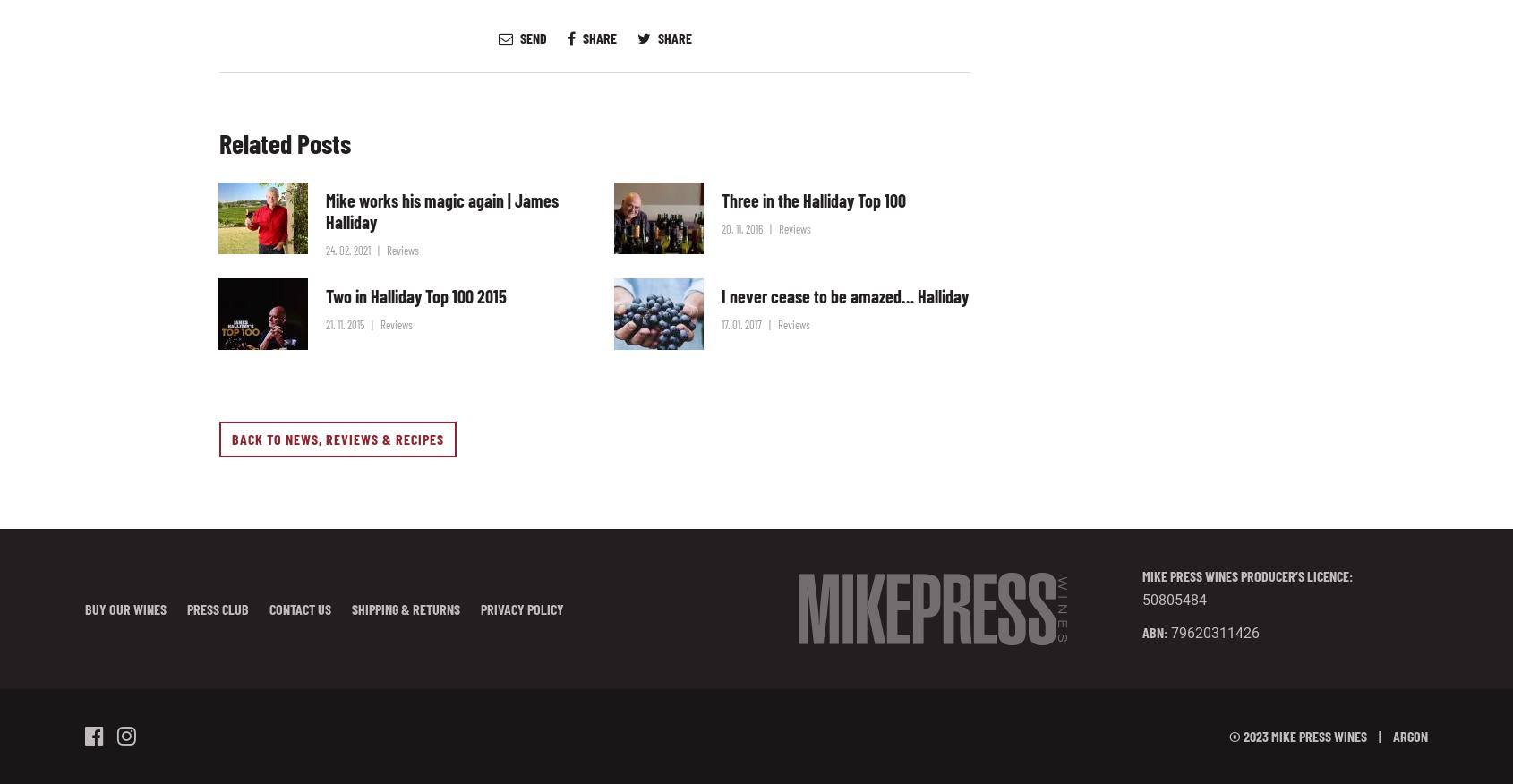 The width and height of the screenshot is (1513, 784). I want to click on 'Contact Us', so click(300, 608).